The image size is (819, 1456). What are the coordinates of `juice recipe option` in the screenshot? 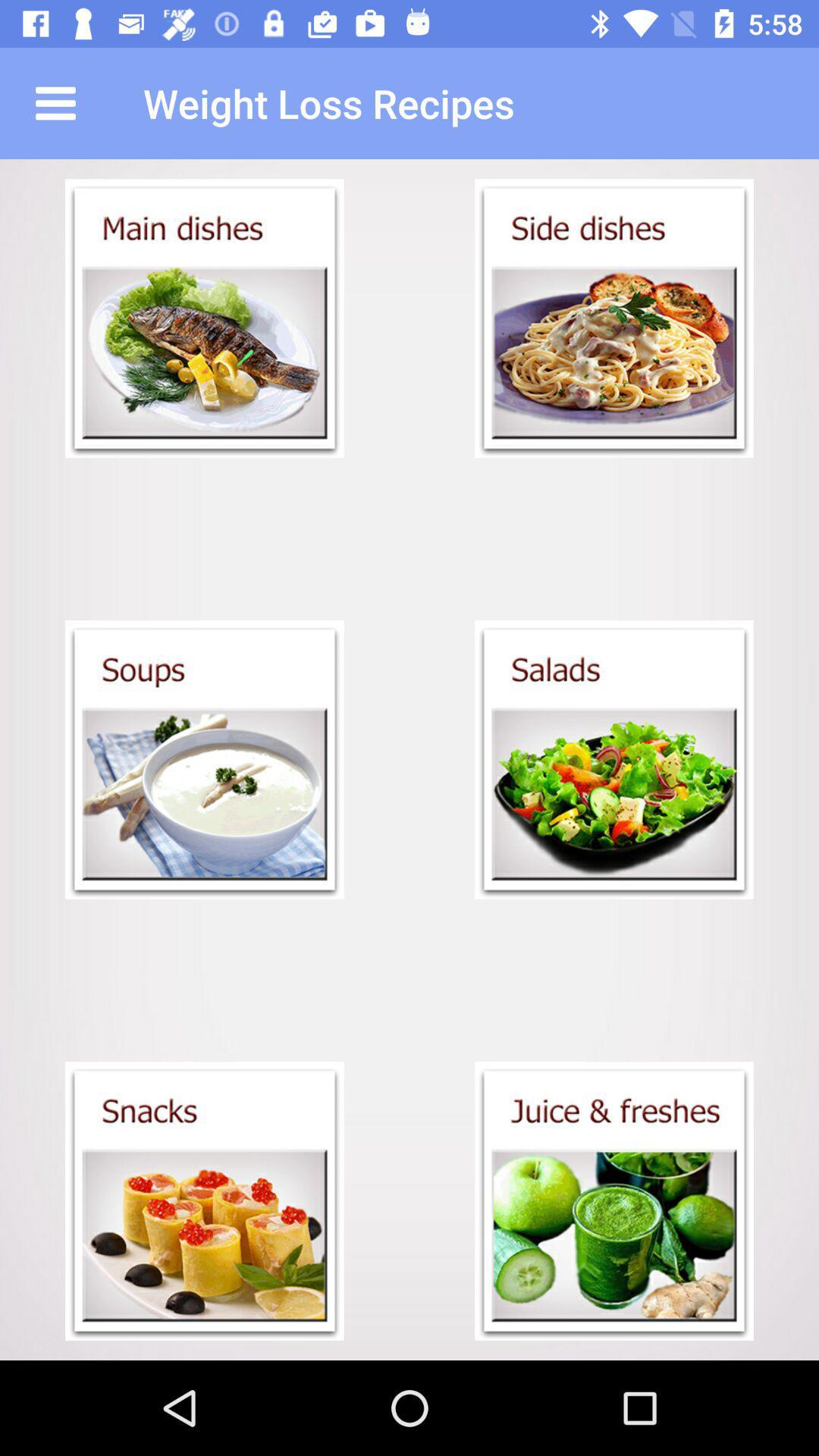 It's located at (614, 1200).